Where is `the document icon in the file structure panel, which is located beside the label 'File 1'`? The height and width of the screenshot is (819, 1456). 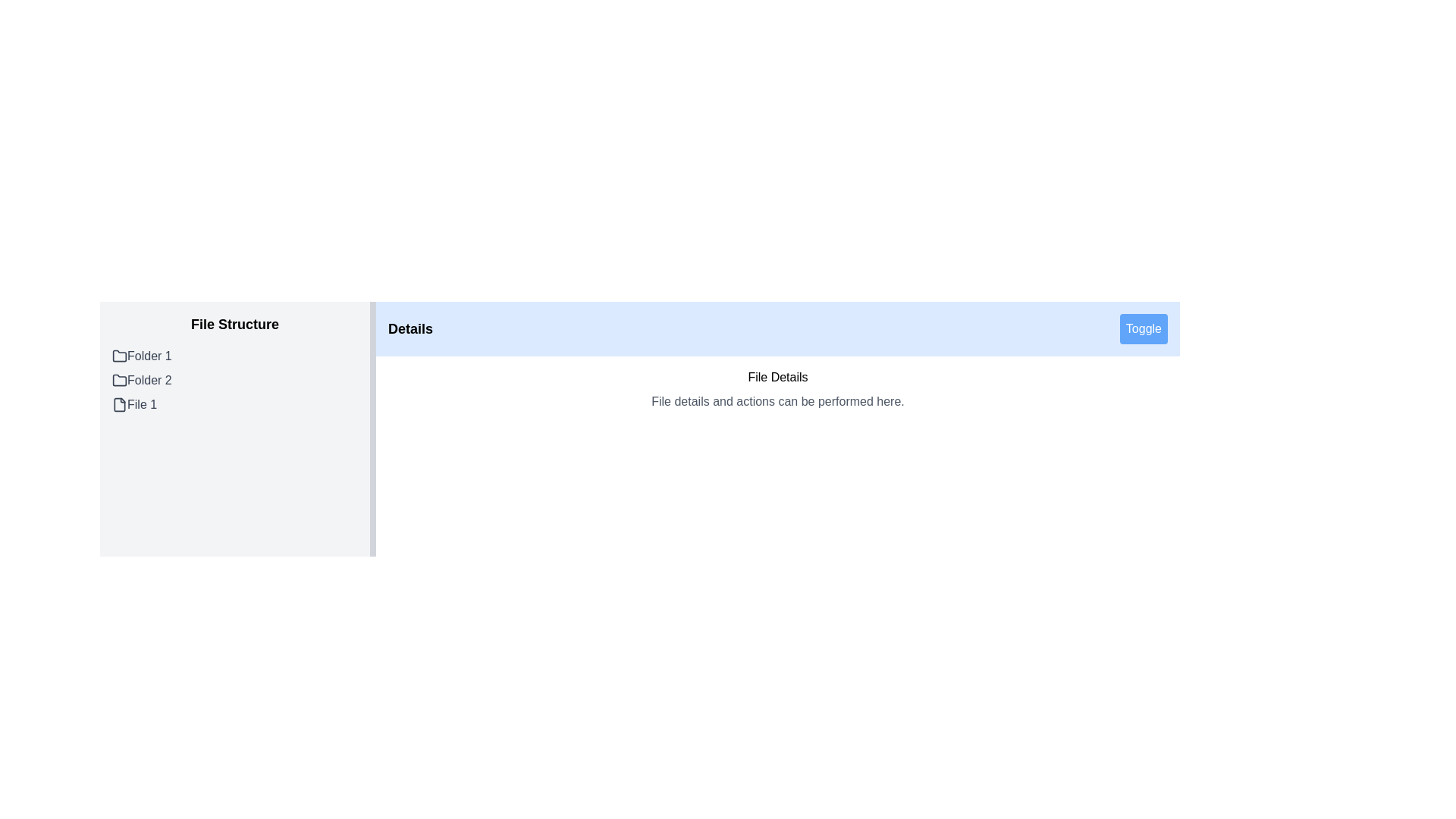
the document icon in the file structure panel, which is located beside the label 'File 1' is located at coordinates (119, 403).